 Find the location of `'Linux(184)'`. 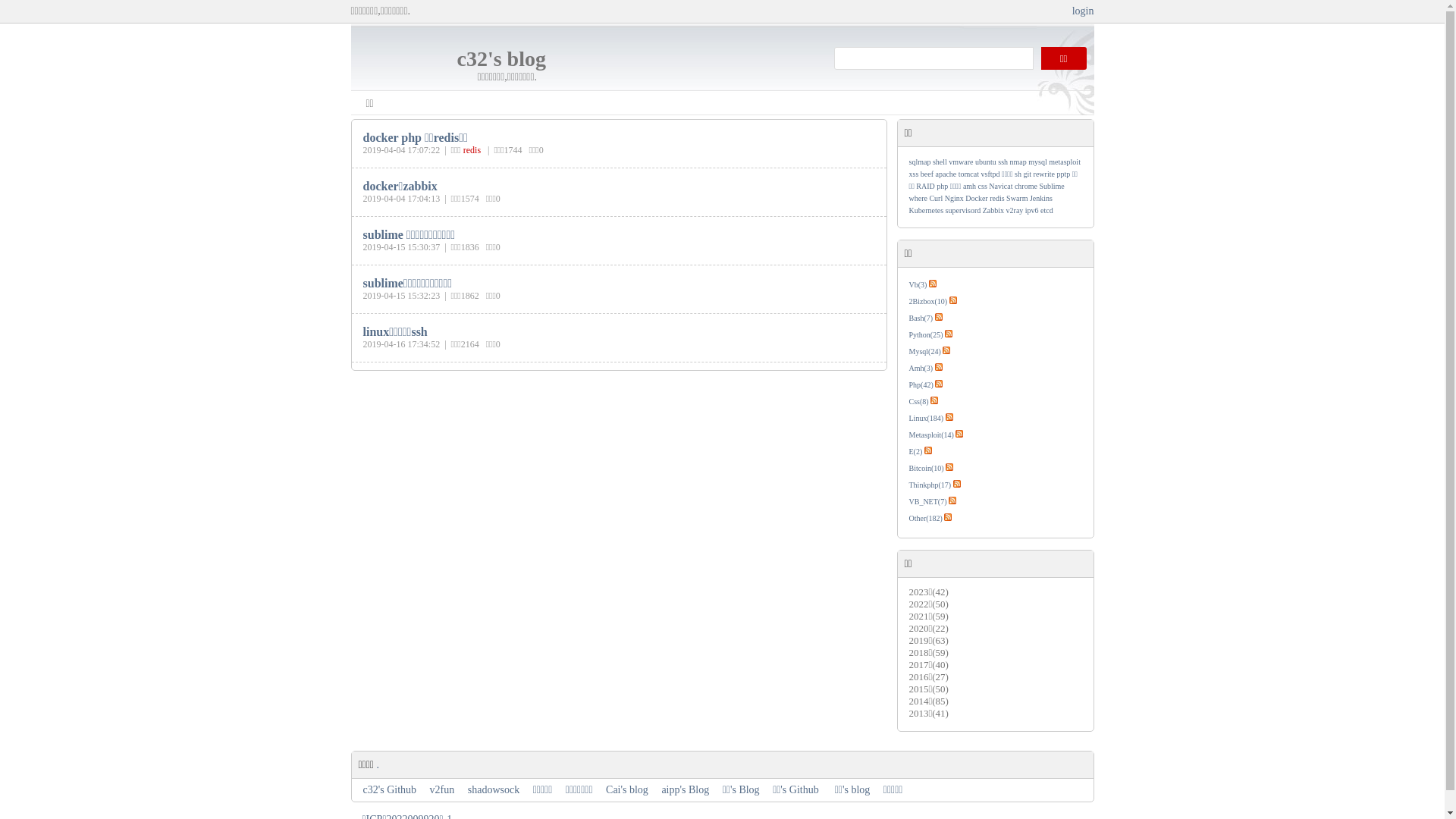

'Linux(184)' is located at coordinates (908, 418).